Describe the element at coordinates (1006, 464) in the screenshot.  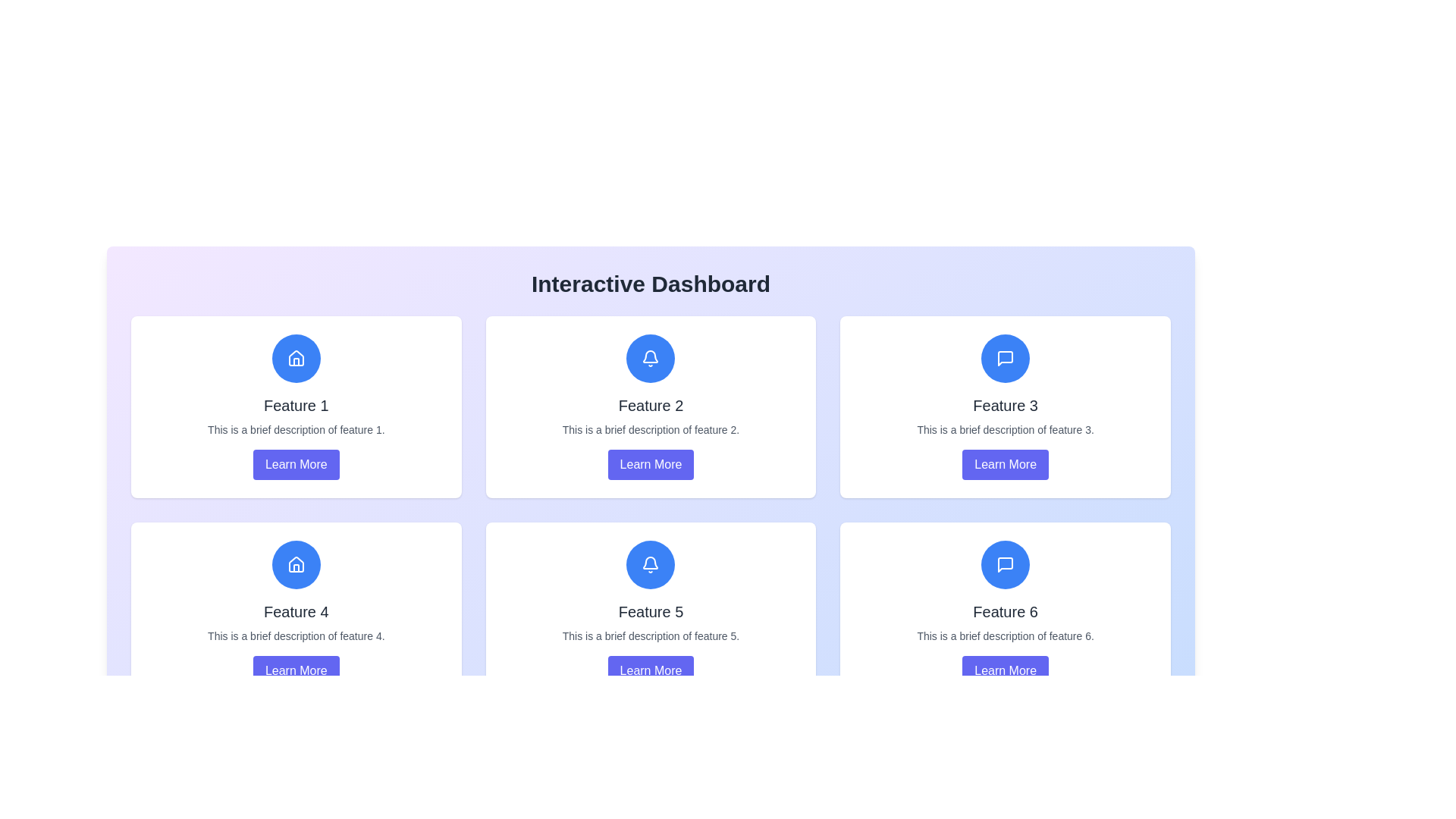
I see `the 'Feature 3' button located in the third column of the top row to change its appearance` at that location.